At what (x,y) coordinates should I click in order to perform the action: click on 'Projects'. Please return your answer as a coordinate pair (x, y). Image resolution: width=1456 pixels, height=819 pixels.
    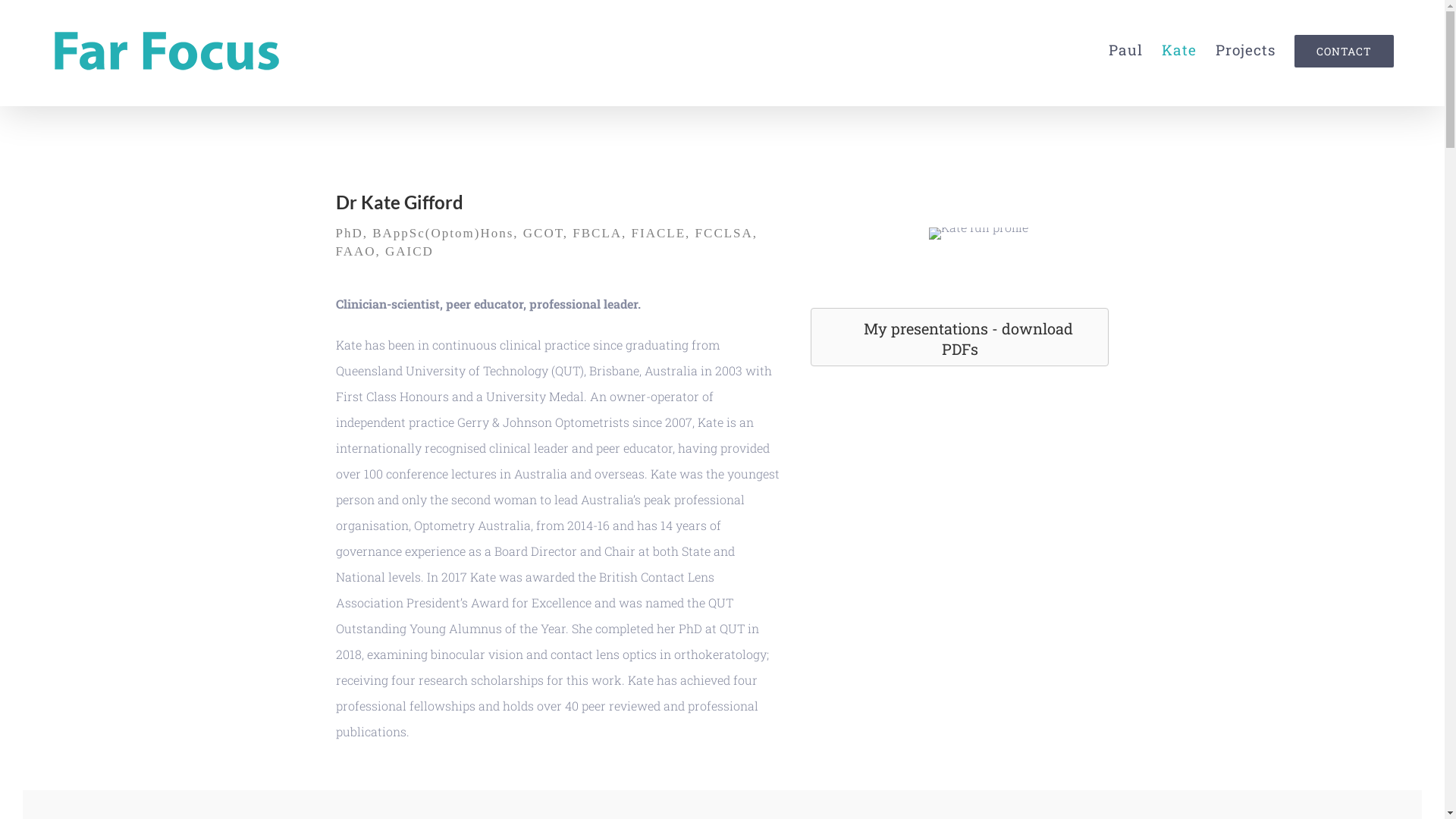
    Looking at the image, I should click on (1216, 49).